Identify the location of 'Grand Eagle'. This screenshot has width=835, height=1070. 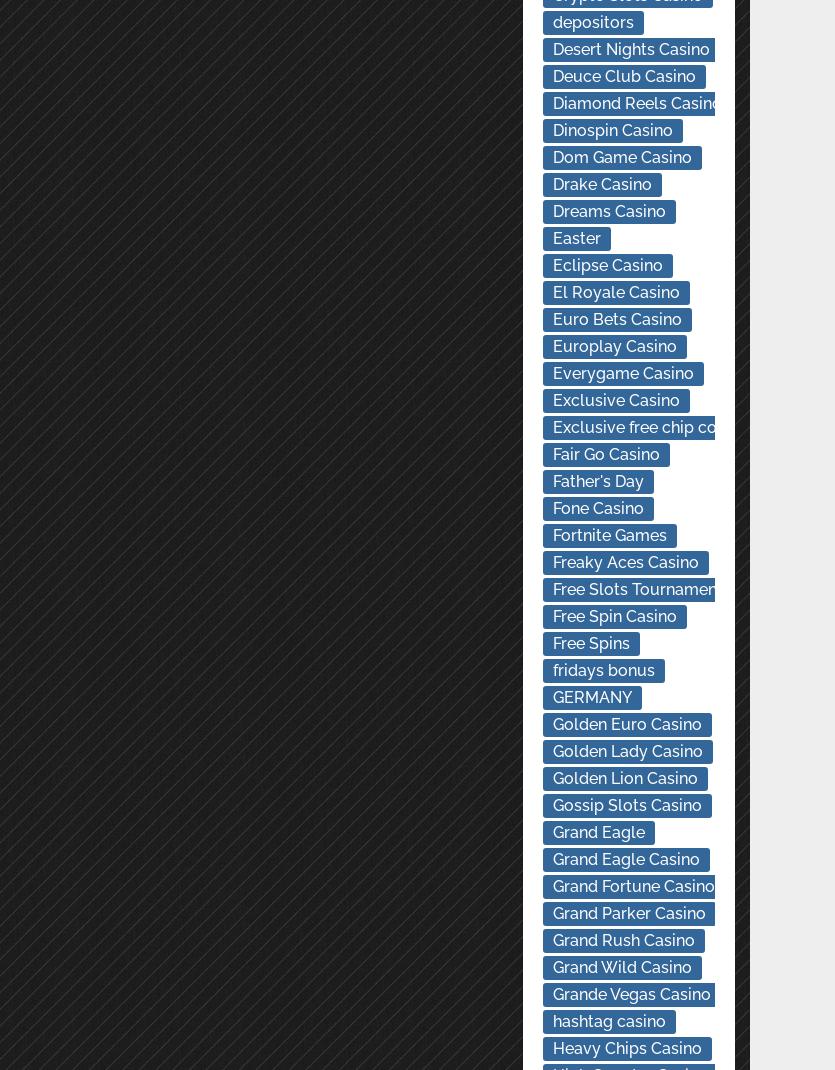
(552, 832).